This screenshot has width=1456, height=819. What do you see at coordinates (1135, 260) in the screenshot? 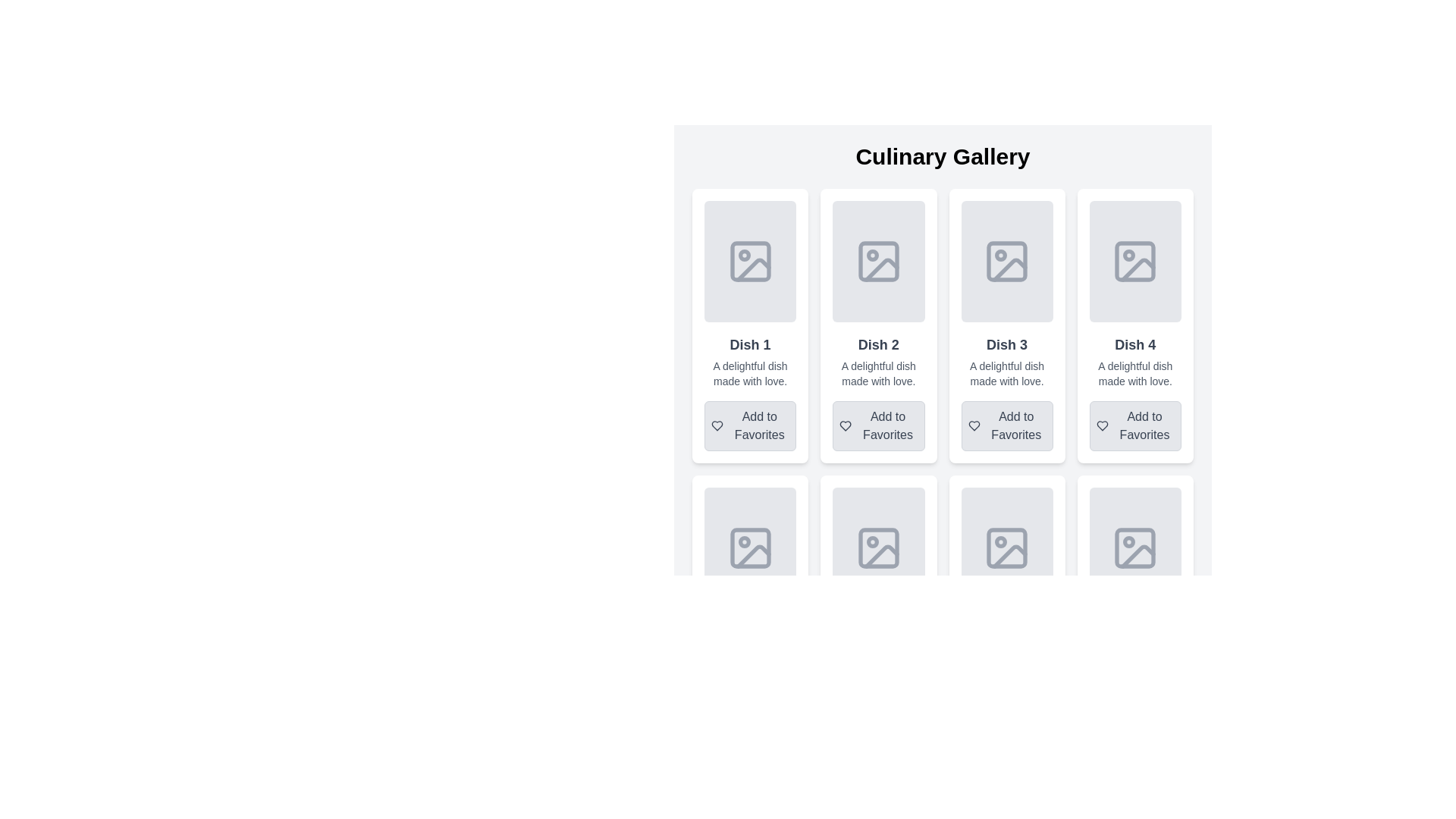
I see `the top-left rectangle of the image icon in the 'Dish 4' card within the 'Culinary Gallery' interface` at bounding box center [1135, 260].